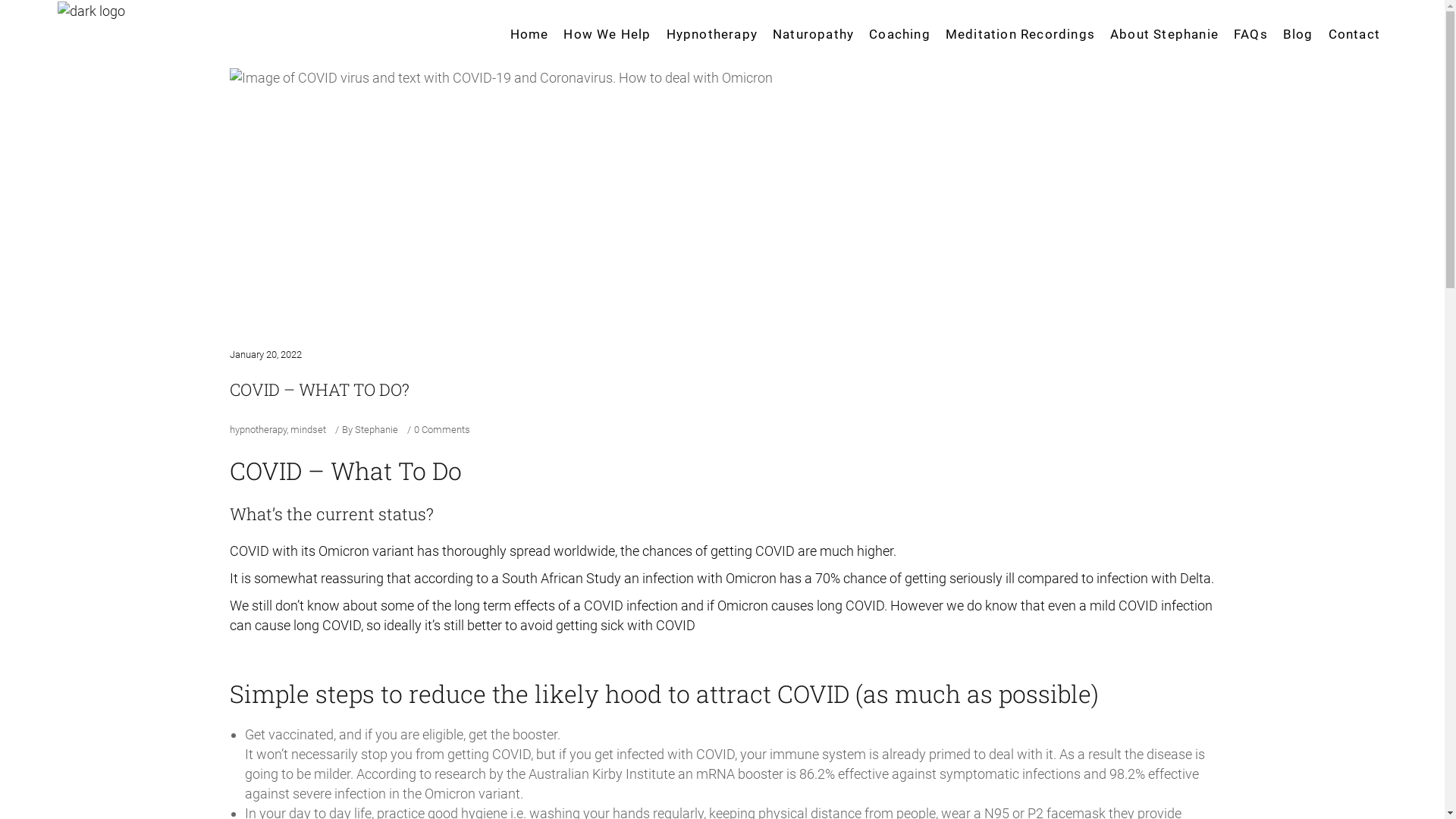  I want to click on 'Coaching', so click(899, 34).